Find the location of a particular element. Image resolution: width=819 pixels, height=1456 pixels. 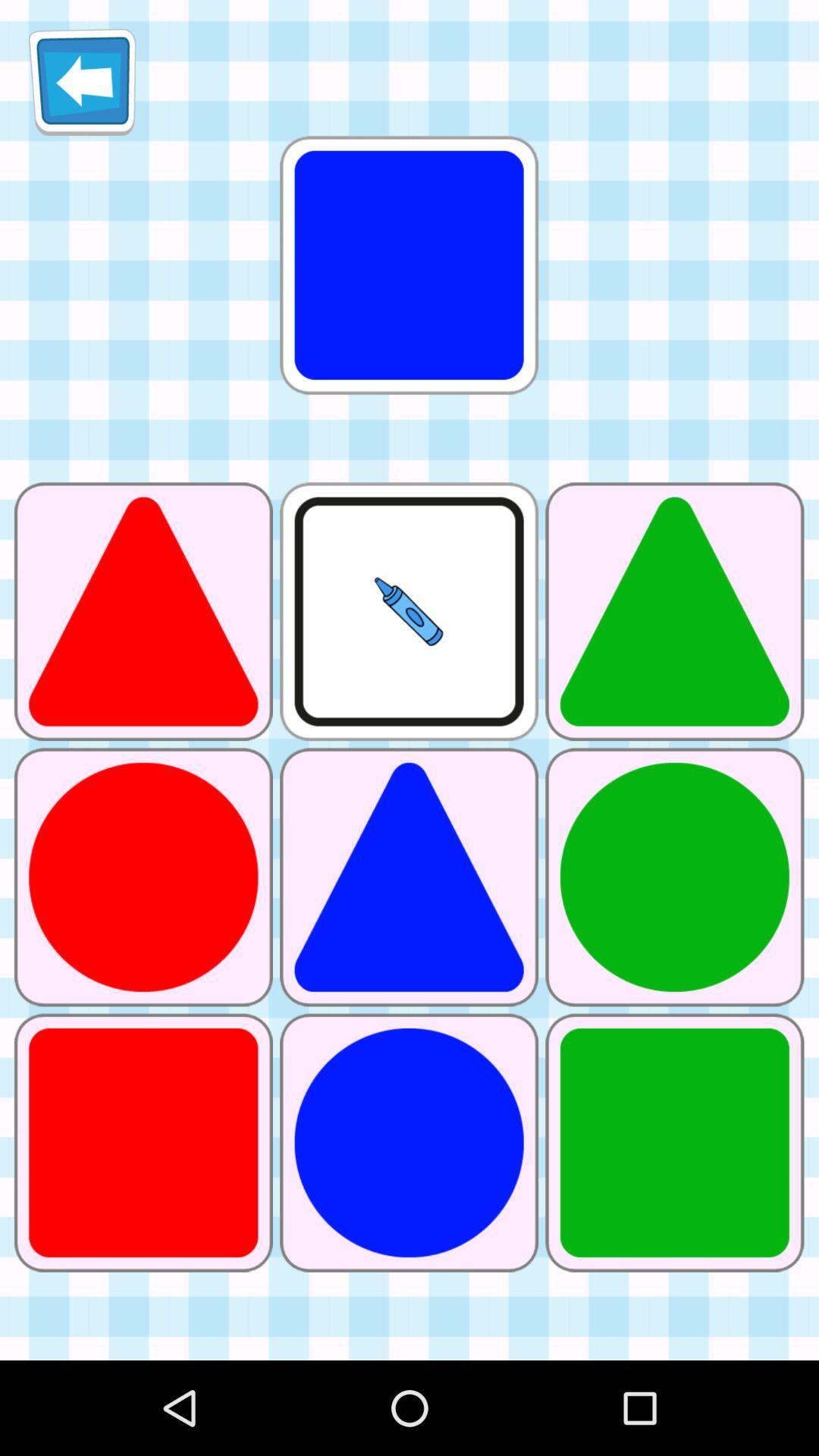

go back is located at coordinates (82, 81).